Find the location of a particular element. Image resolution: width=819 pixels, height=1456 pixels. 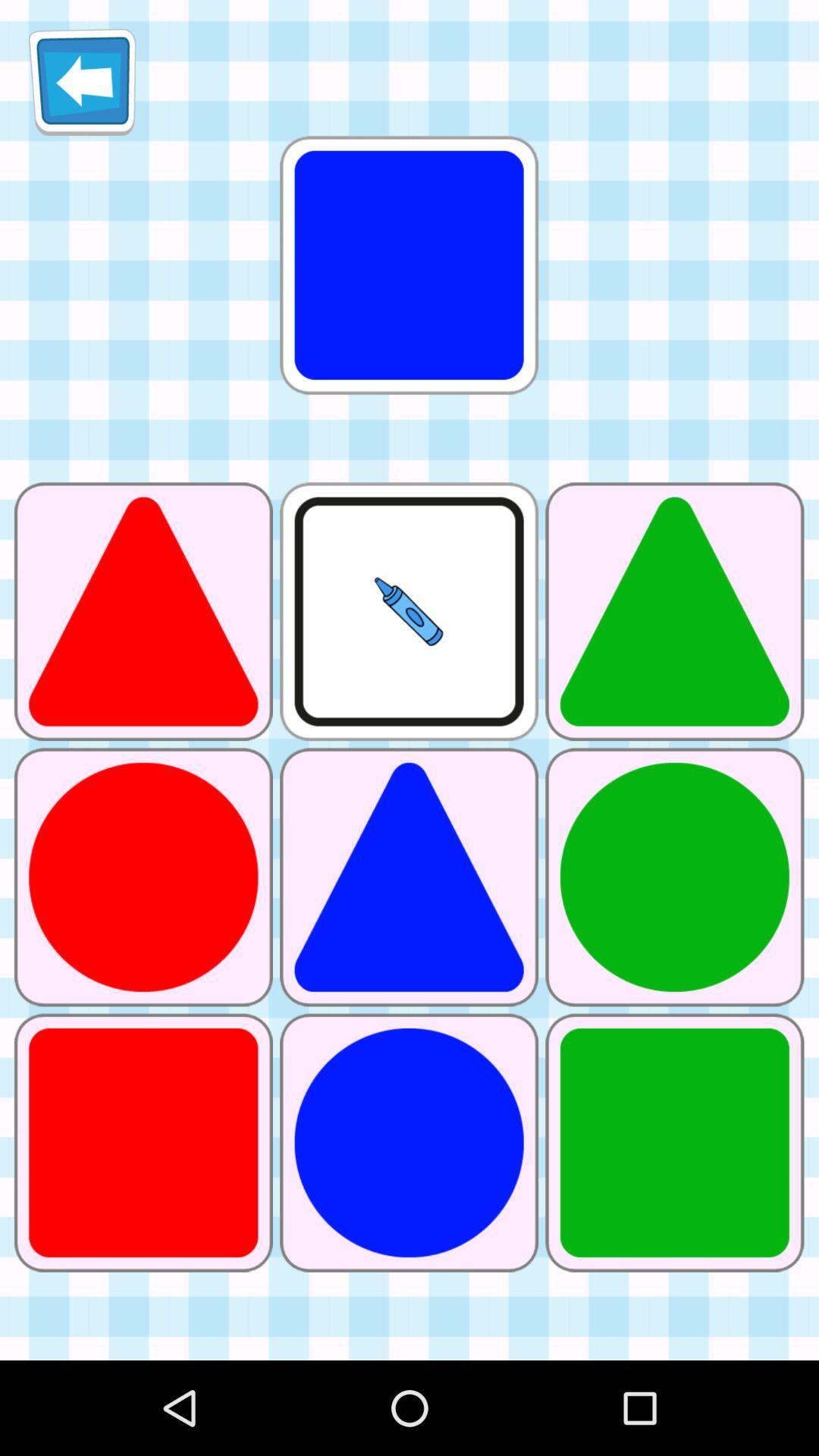

go back is located at coordinates (82, 81).